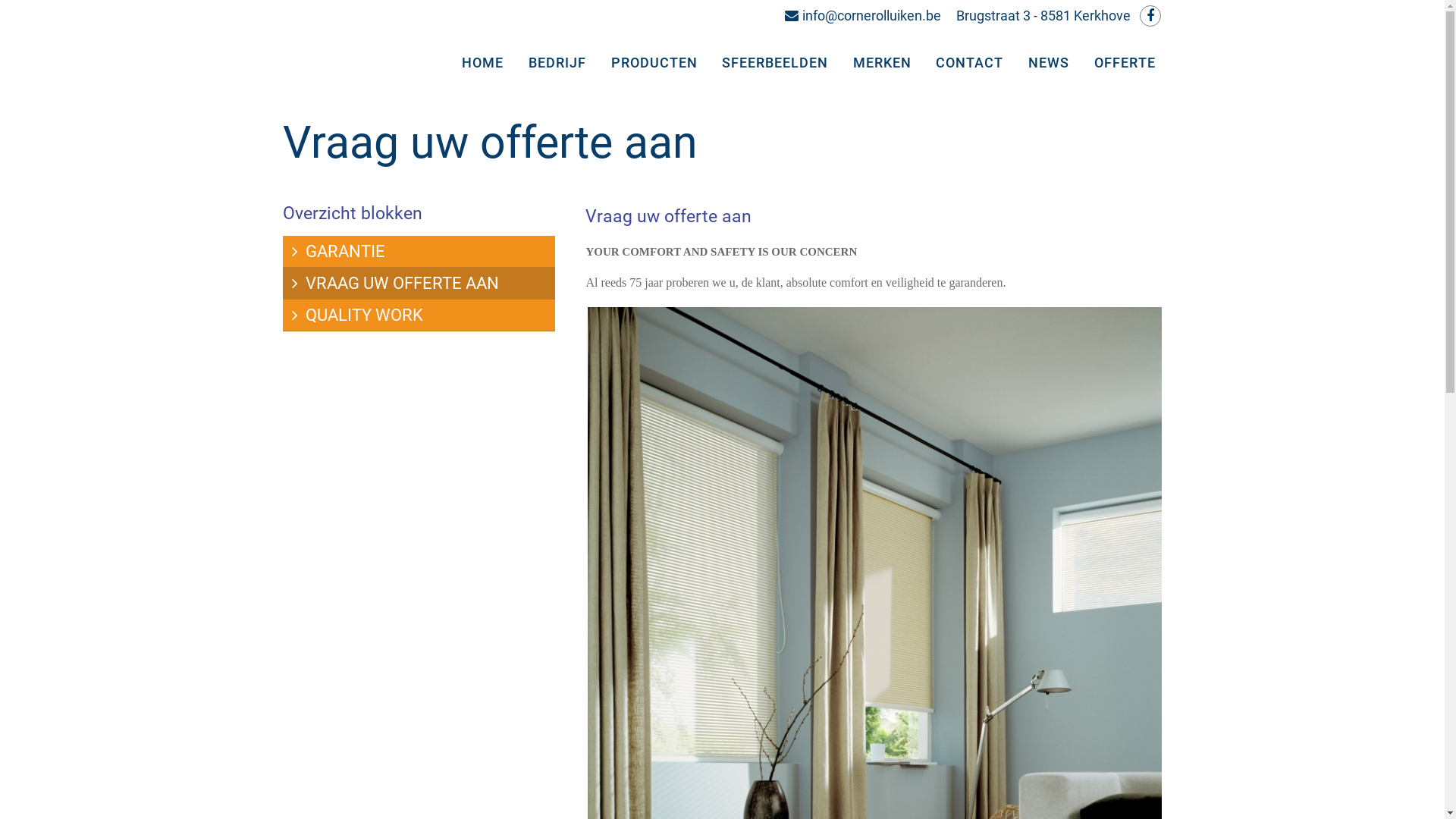 This screenshot has width=1456, height=819. Describe the element at coordinates (558, 62) in the screenshot. I see `'BEDRIJF'` at that location.